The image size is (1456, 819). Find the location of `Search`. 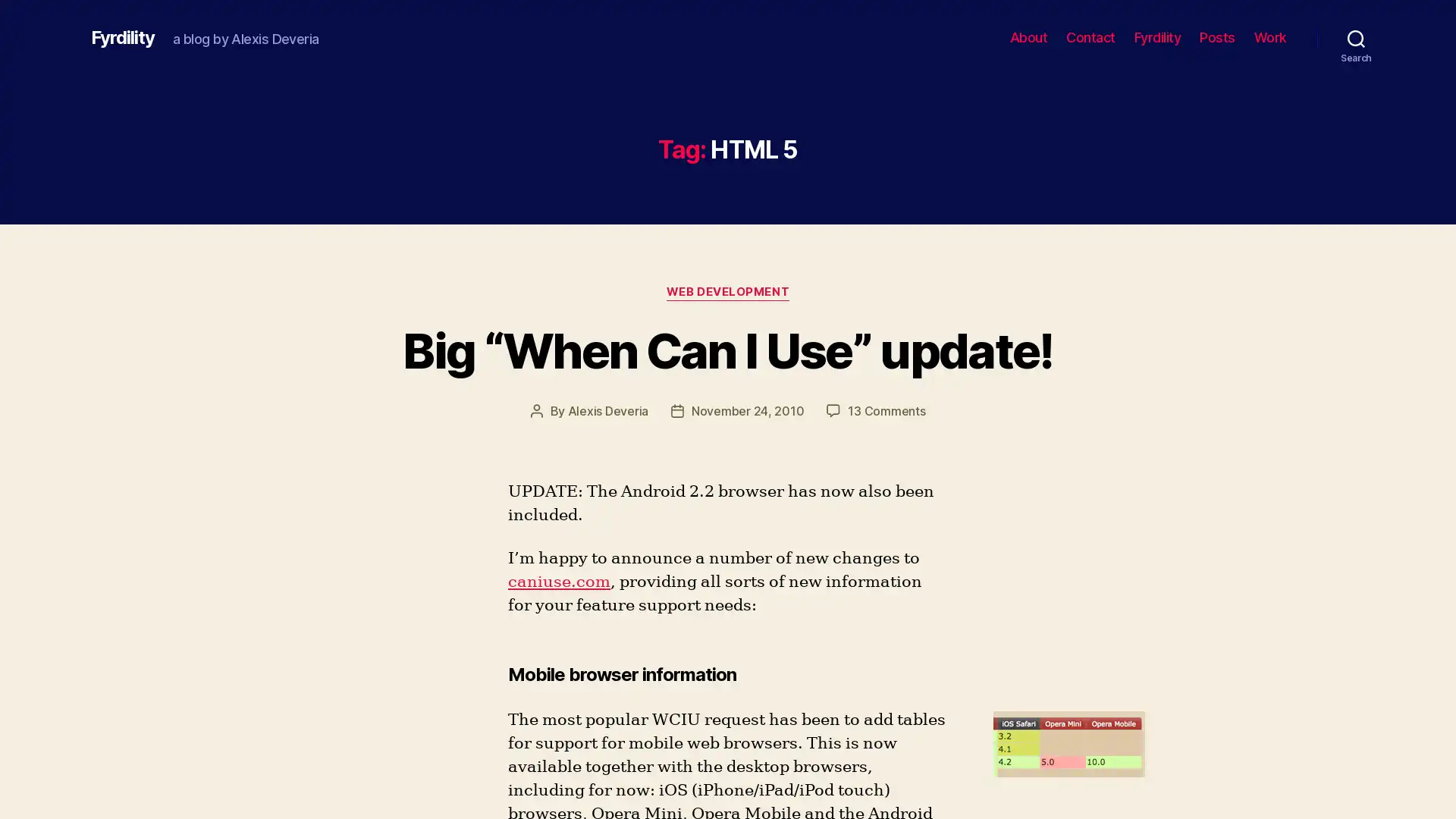

Search is located at coordinates (1356, 37).